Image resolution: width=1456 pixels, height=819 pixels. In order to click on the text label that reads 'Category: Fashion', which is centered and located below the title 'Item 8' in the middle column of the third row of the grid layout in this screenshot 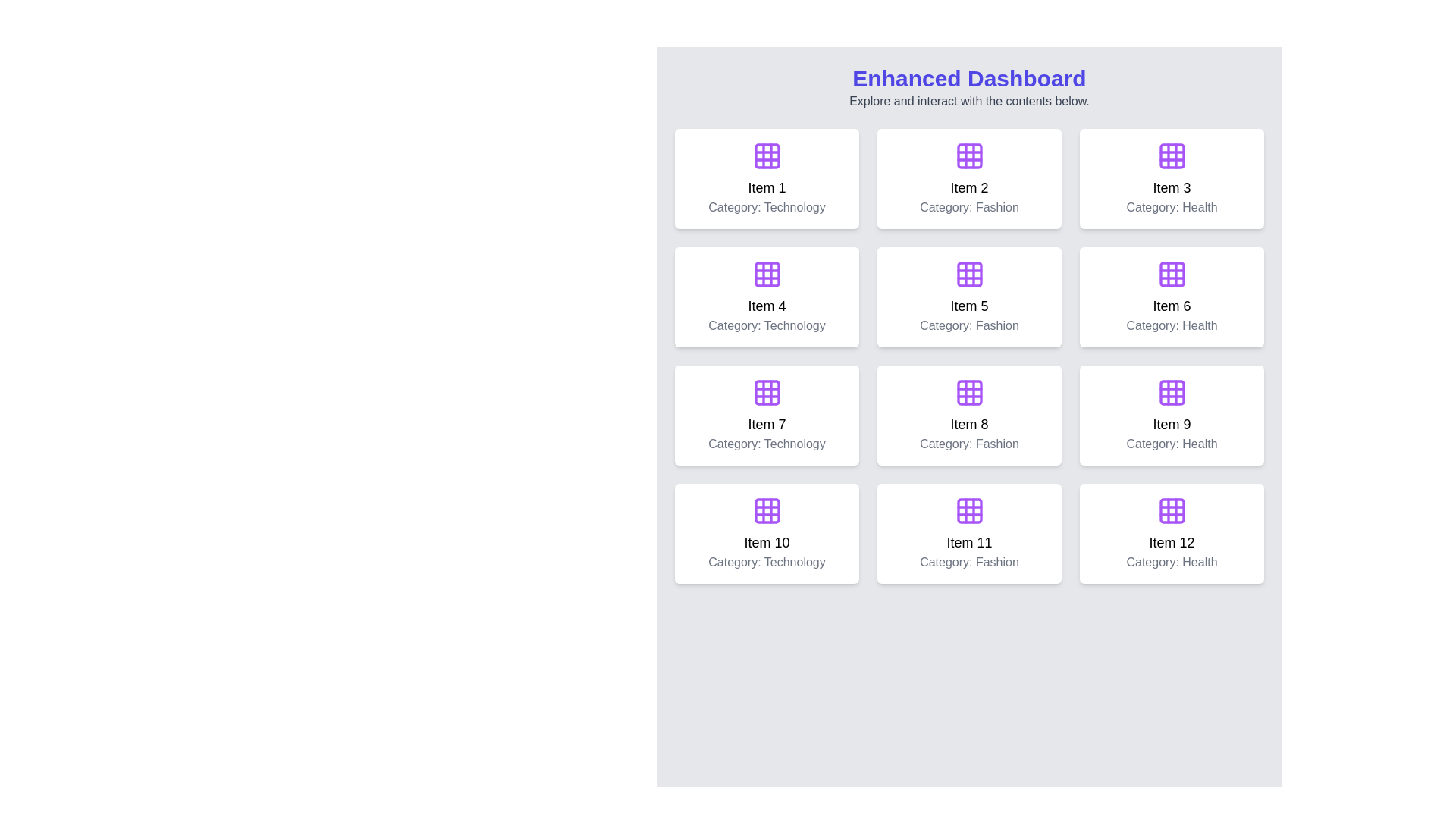, I will do `click(968, 444)`.